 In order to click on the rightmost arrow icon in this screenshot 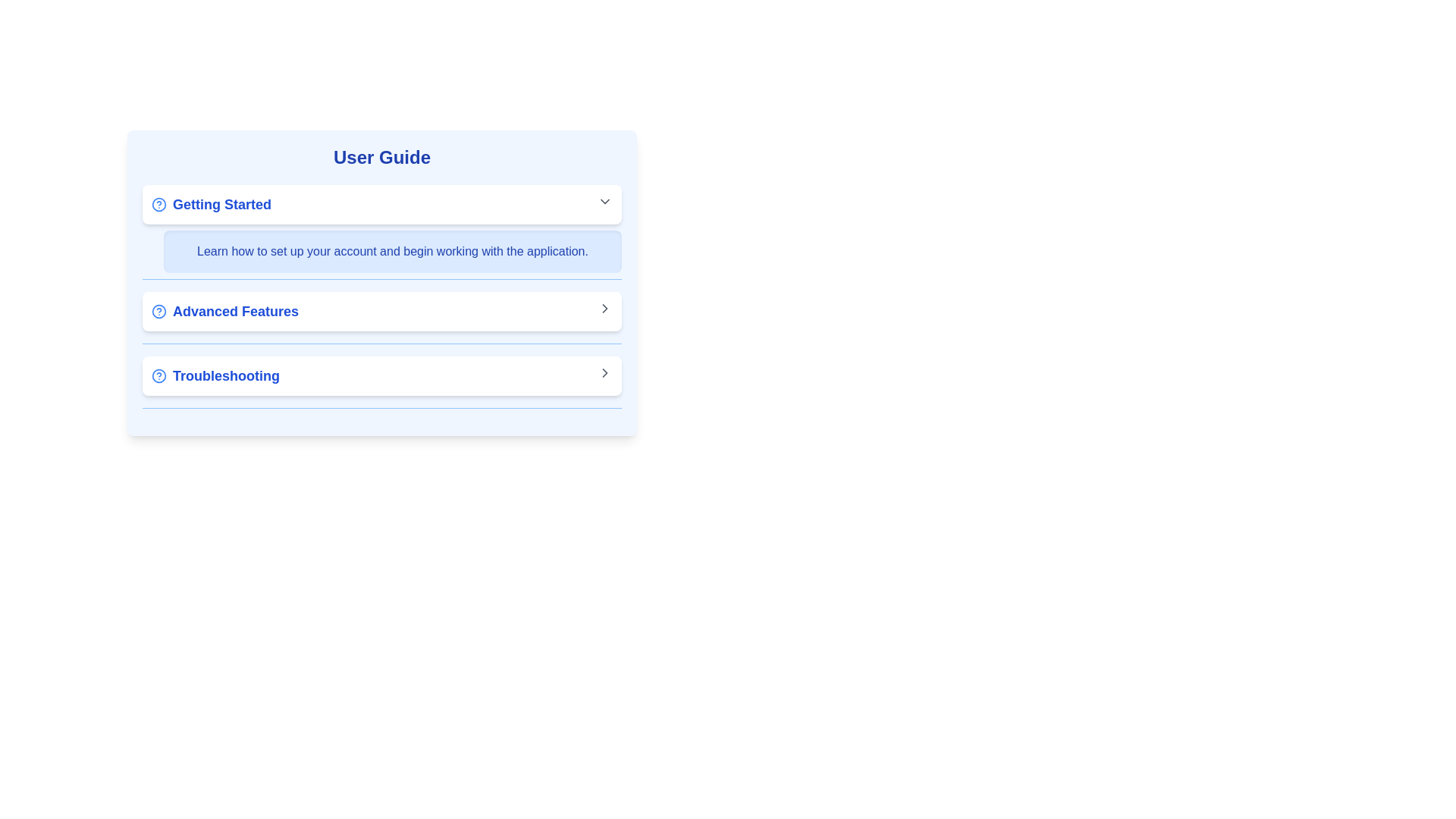, I will do `click(604, 373)`.